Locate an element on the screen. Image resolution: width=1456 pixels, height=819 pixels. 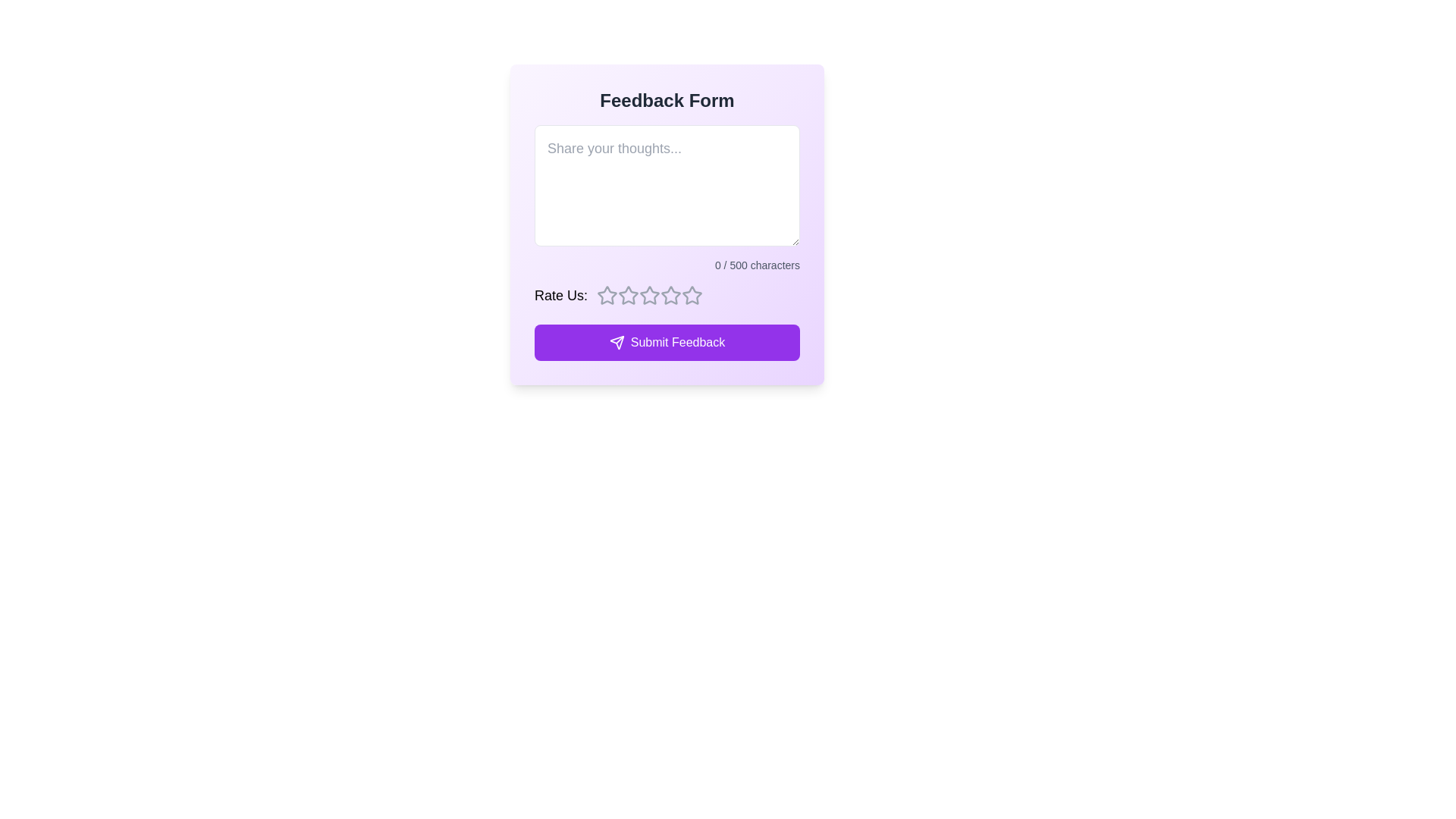
the first star-shaped rating icon with a gray outline is located at coordinates (607, 295).